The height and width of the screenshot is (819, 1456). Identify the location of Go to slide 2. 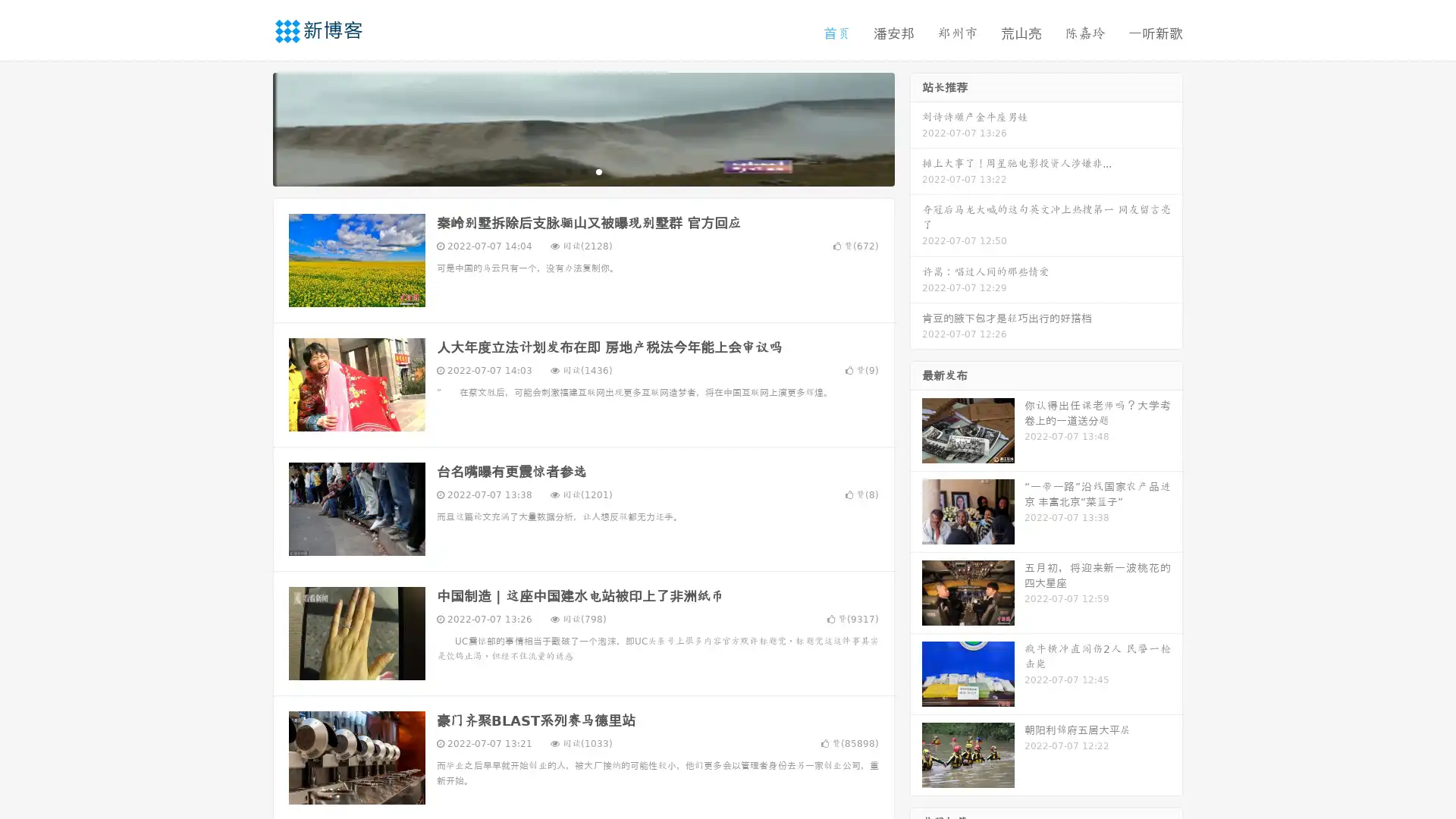
(582, 171).